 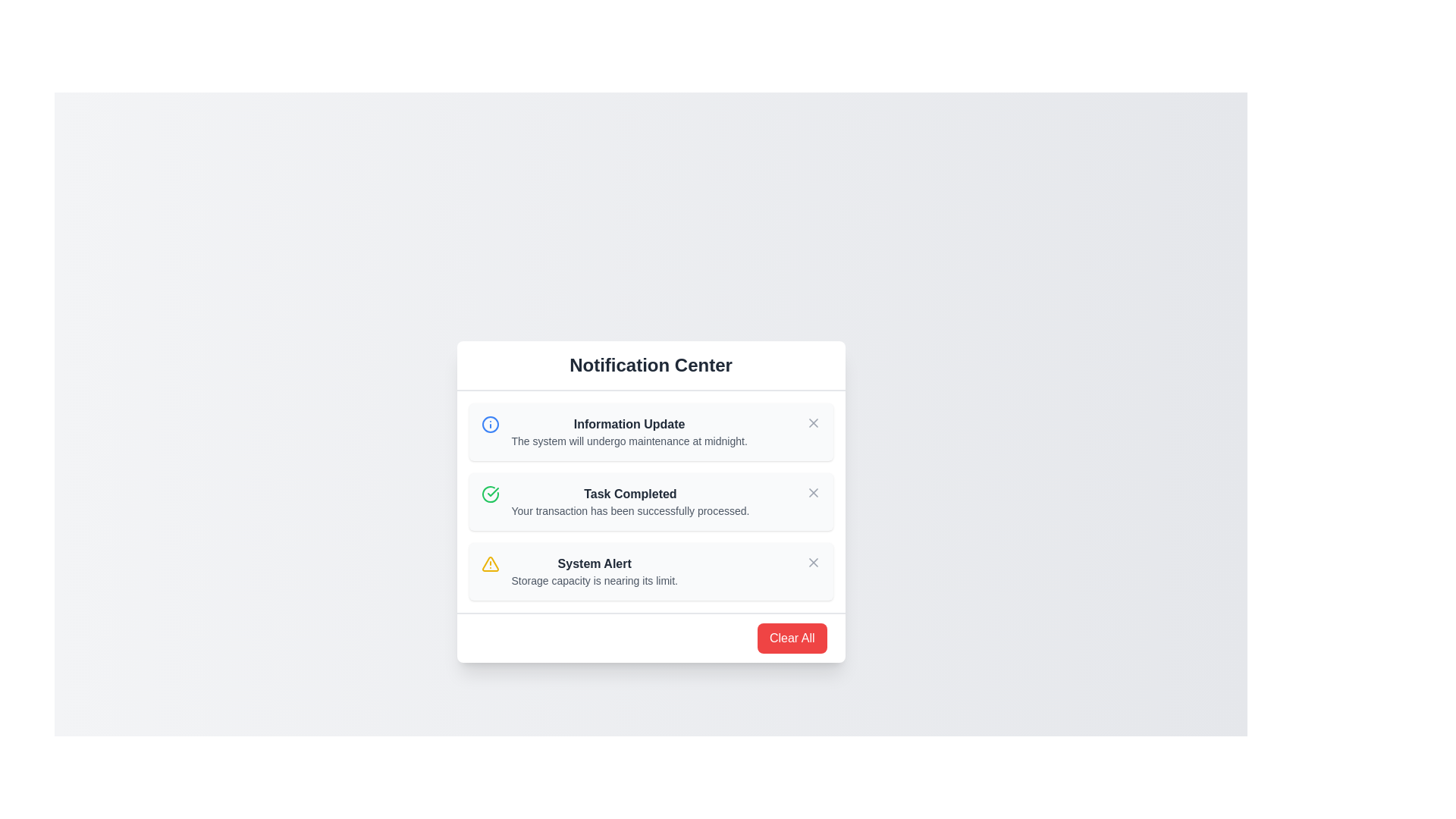 What do you see at coordinates (812, 423) in the screenshot?
I see `the 'X' shaped close icon in the SVG element next to the 'Information Update' notification` at bounding box center [812, 423].